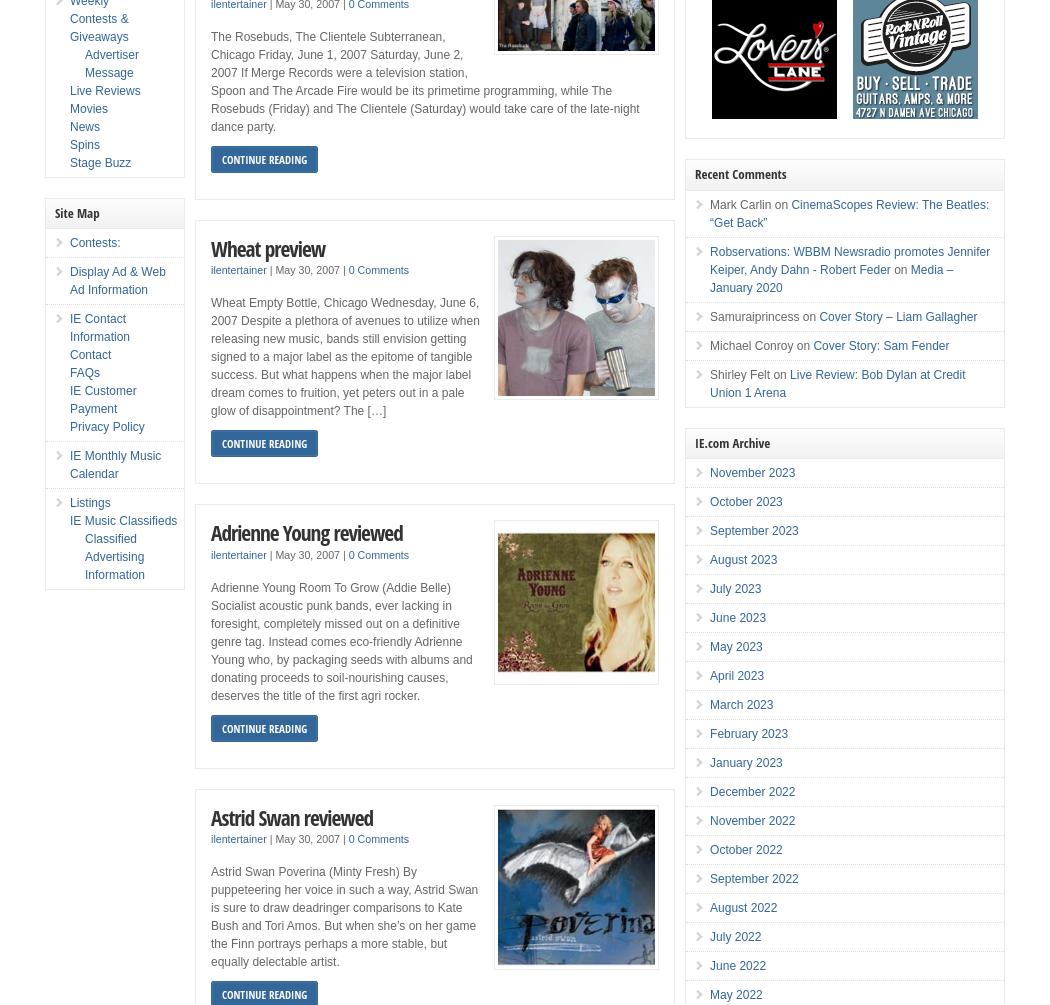 This screenshot has height=1005, width=1050. Describe the element at coordinates (740, 705) in the screenshot. I see `'March 2023'` at that location.